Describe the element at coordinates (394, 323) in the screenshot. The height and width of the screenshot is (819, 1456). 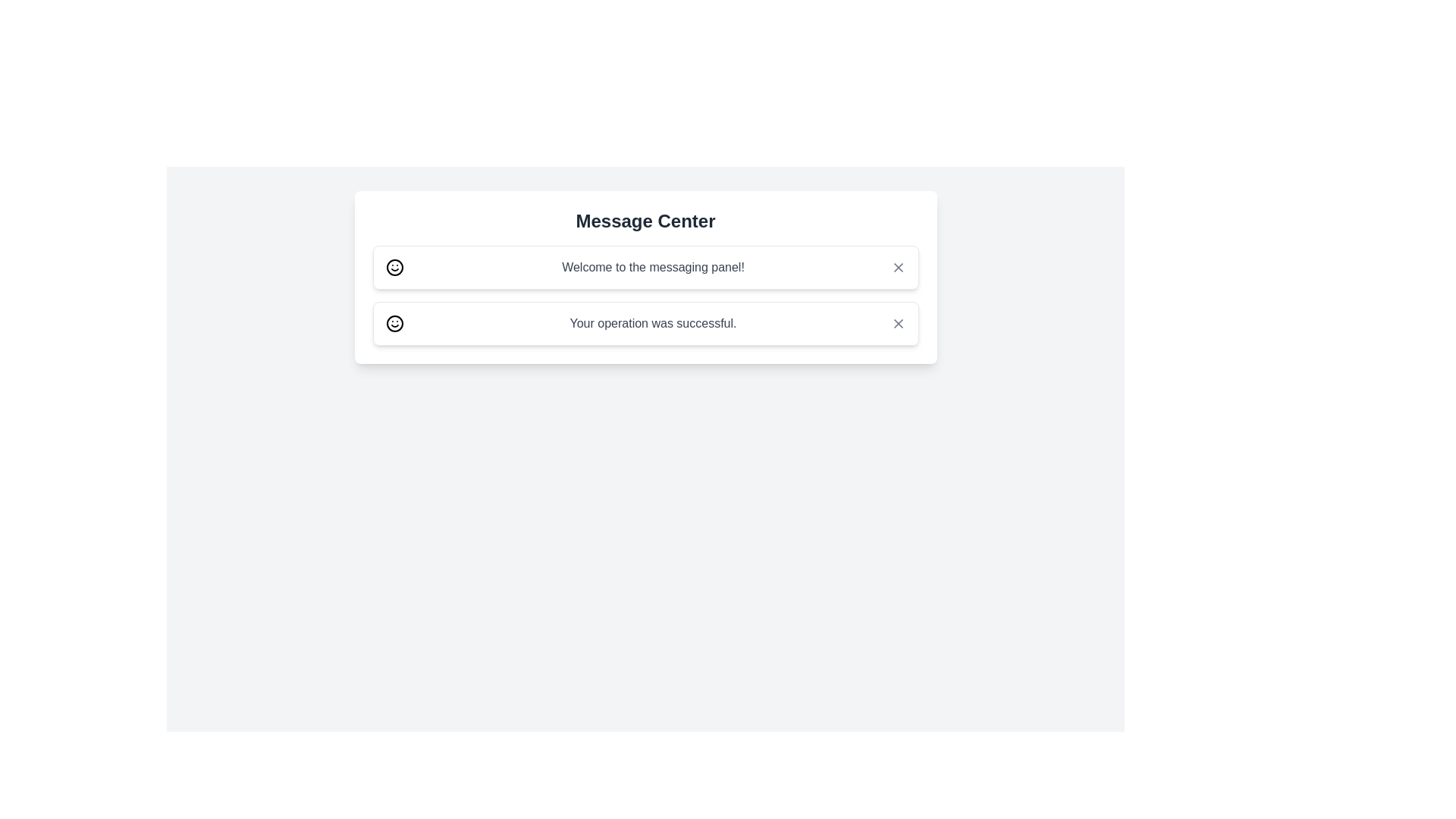
I see `the success status icon located to the left of the text 'Your operation was successful.' in the lower notification card within the 'Message Center' panel` at that location.